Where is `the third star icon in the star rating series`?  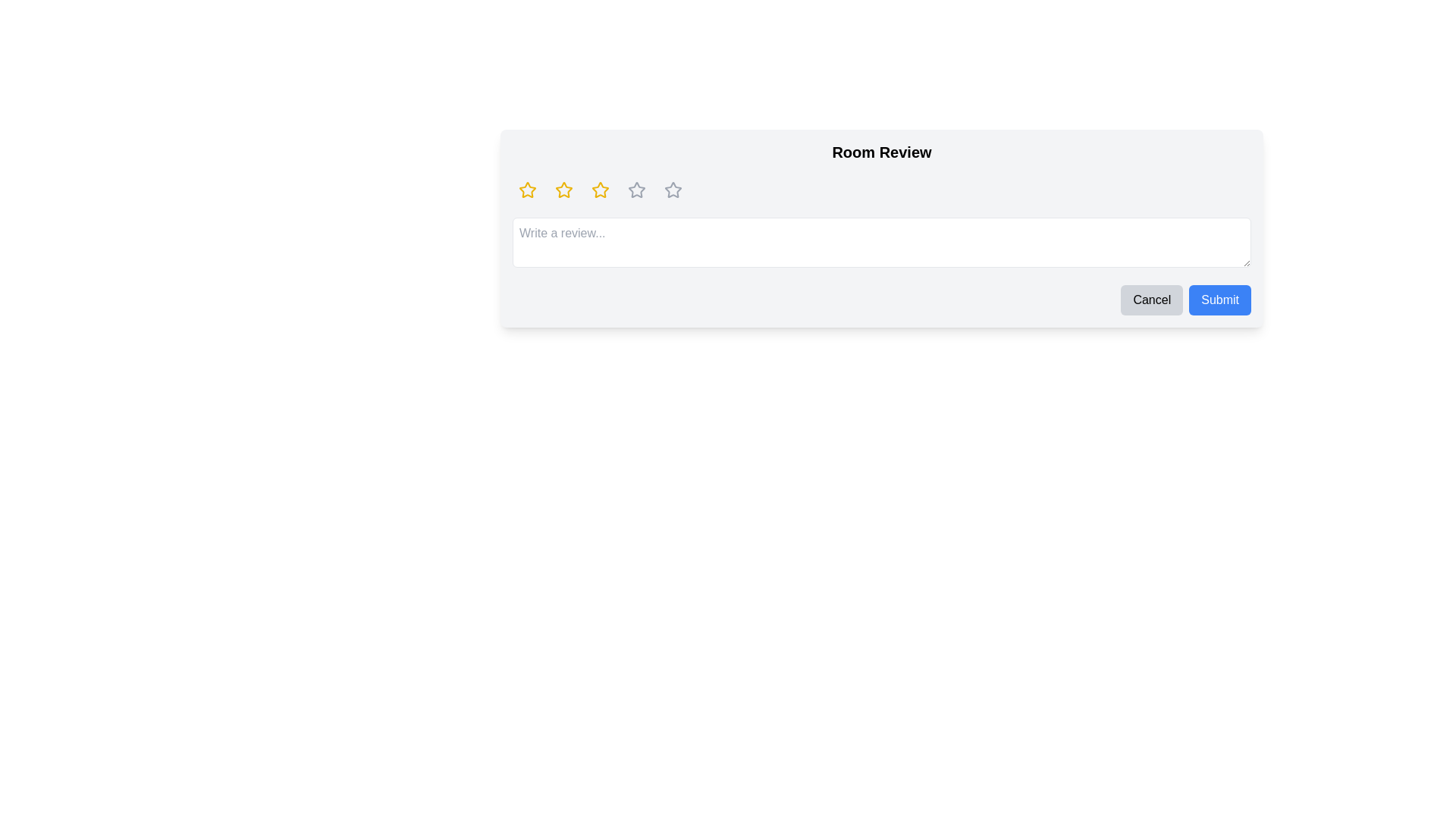
the third star icon in the star rating series is located at coordinates (600, 189).